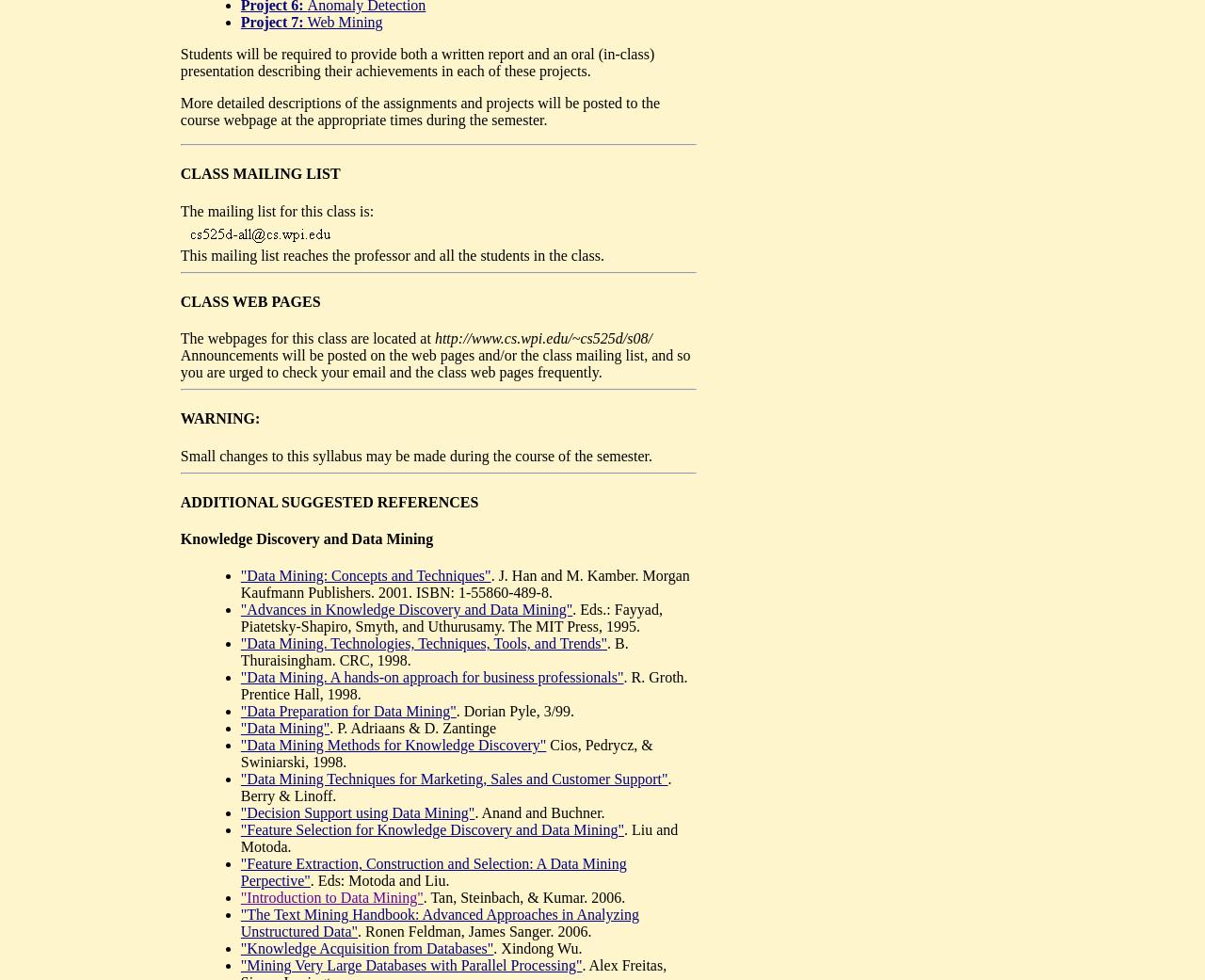 The width and height of the screenshot is (1205, 980). What do you see at coordinates (423, 642) in the screenshot?
I see `'"Data Mining. Technologies, Techniques, Tools, and Trends"'` at bounding box center [423, 642].